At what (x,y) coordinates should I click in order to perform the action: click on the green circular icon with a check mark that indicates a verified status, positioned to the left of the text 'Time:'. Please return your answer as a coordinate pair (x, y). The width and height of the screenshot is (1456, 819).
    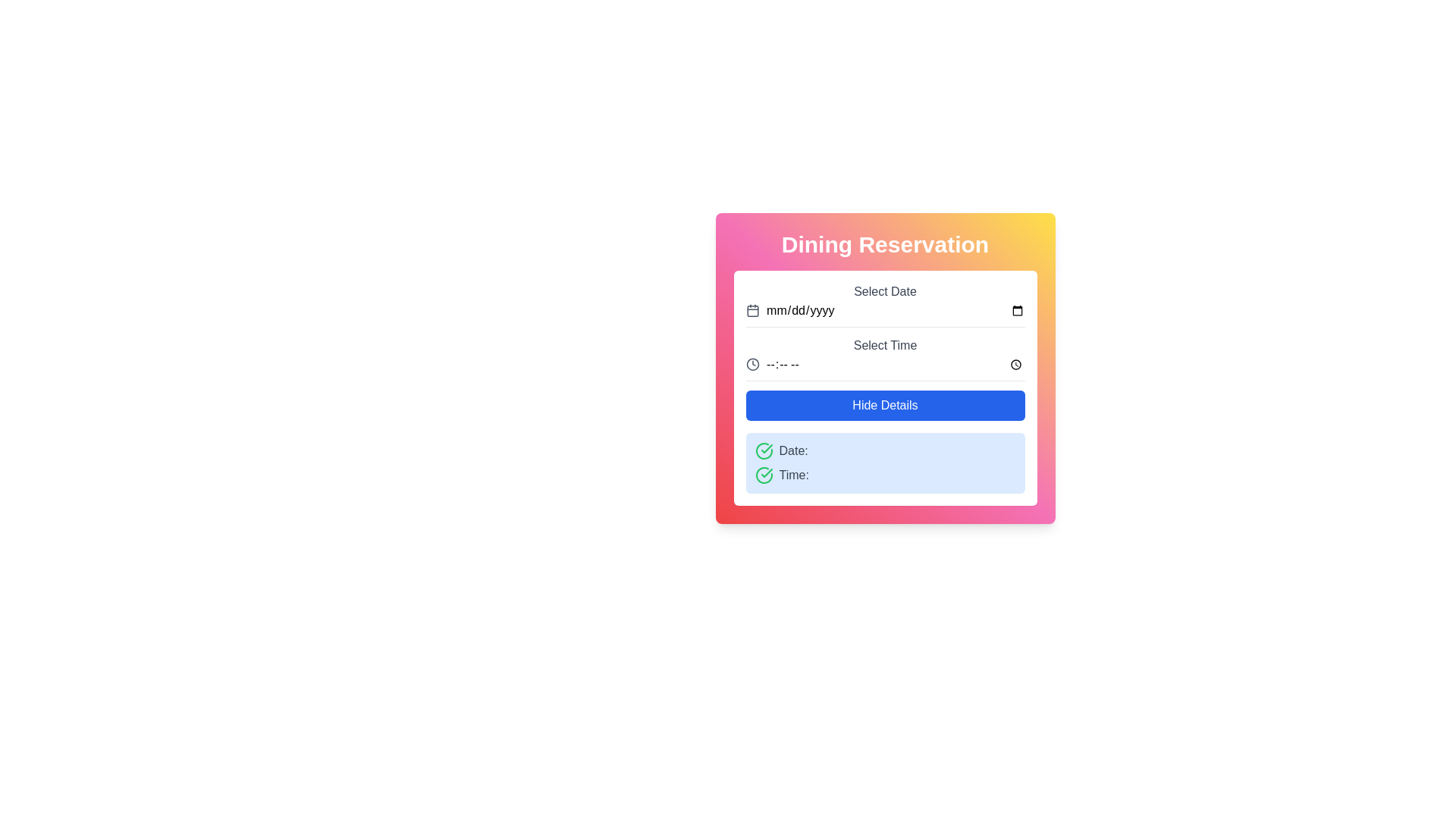
    Looking at the image, I should click on (764, 475).